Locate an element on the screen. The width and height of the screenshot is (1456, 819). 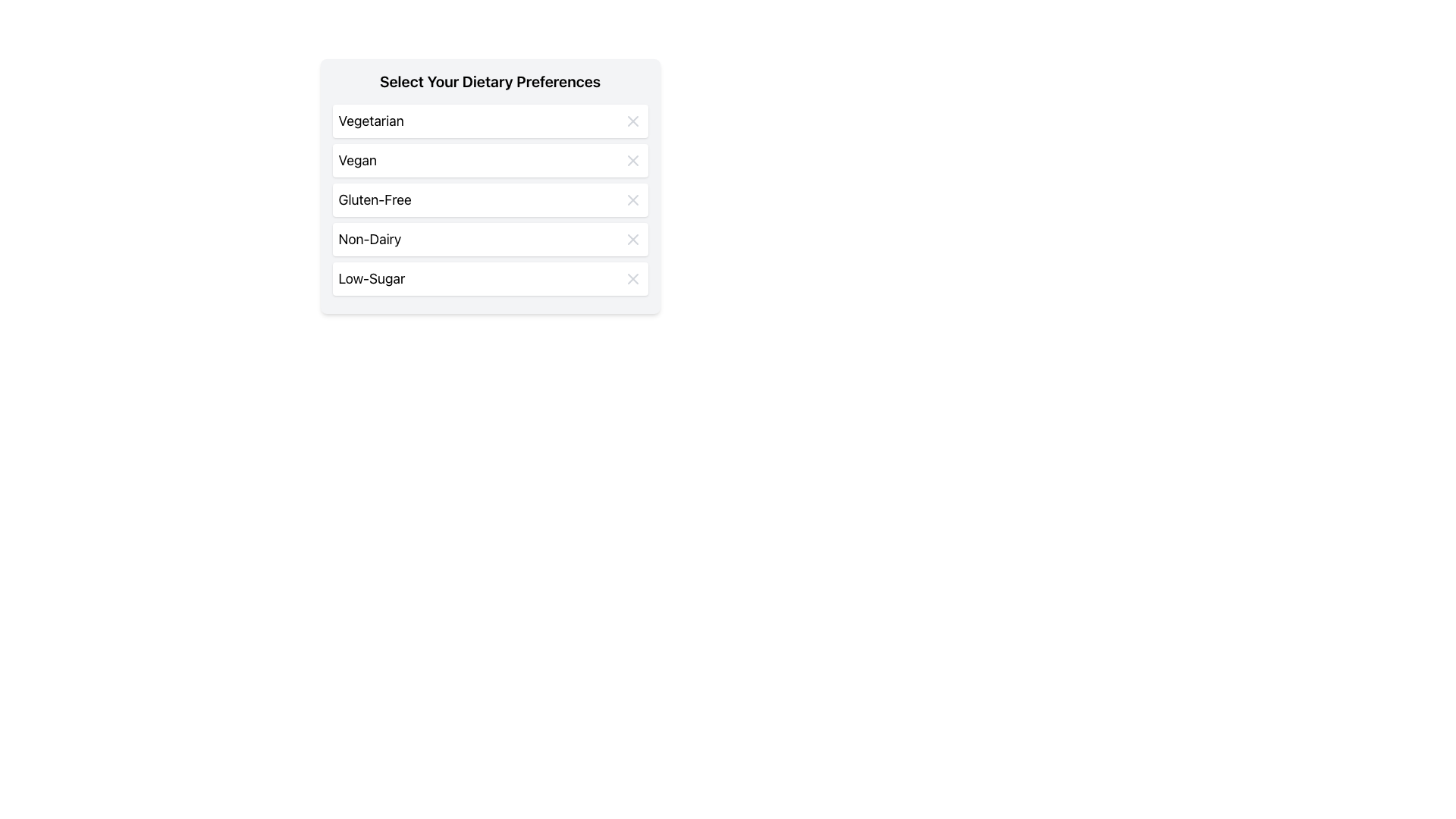
the fourth item in the dietary preferences list, which has an 'X' for removal is located at coordinates (490, 239).